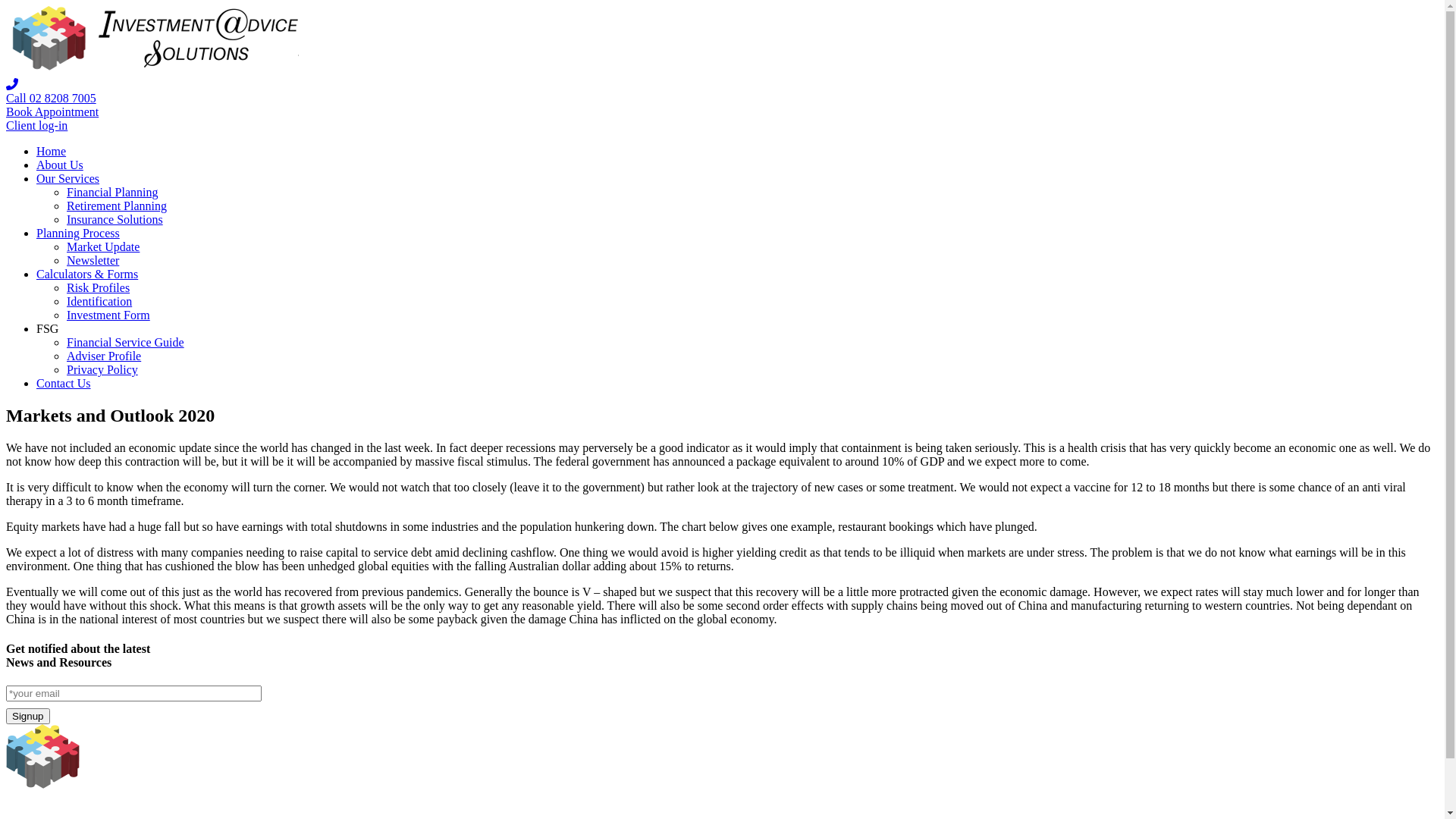 The height and width of the screenshot is (819, 1456). Describe the element at coordinates (101, 369) in the screenshot. I see `'Privacy Policy'` at that location.